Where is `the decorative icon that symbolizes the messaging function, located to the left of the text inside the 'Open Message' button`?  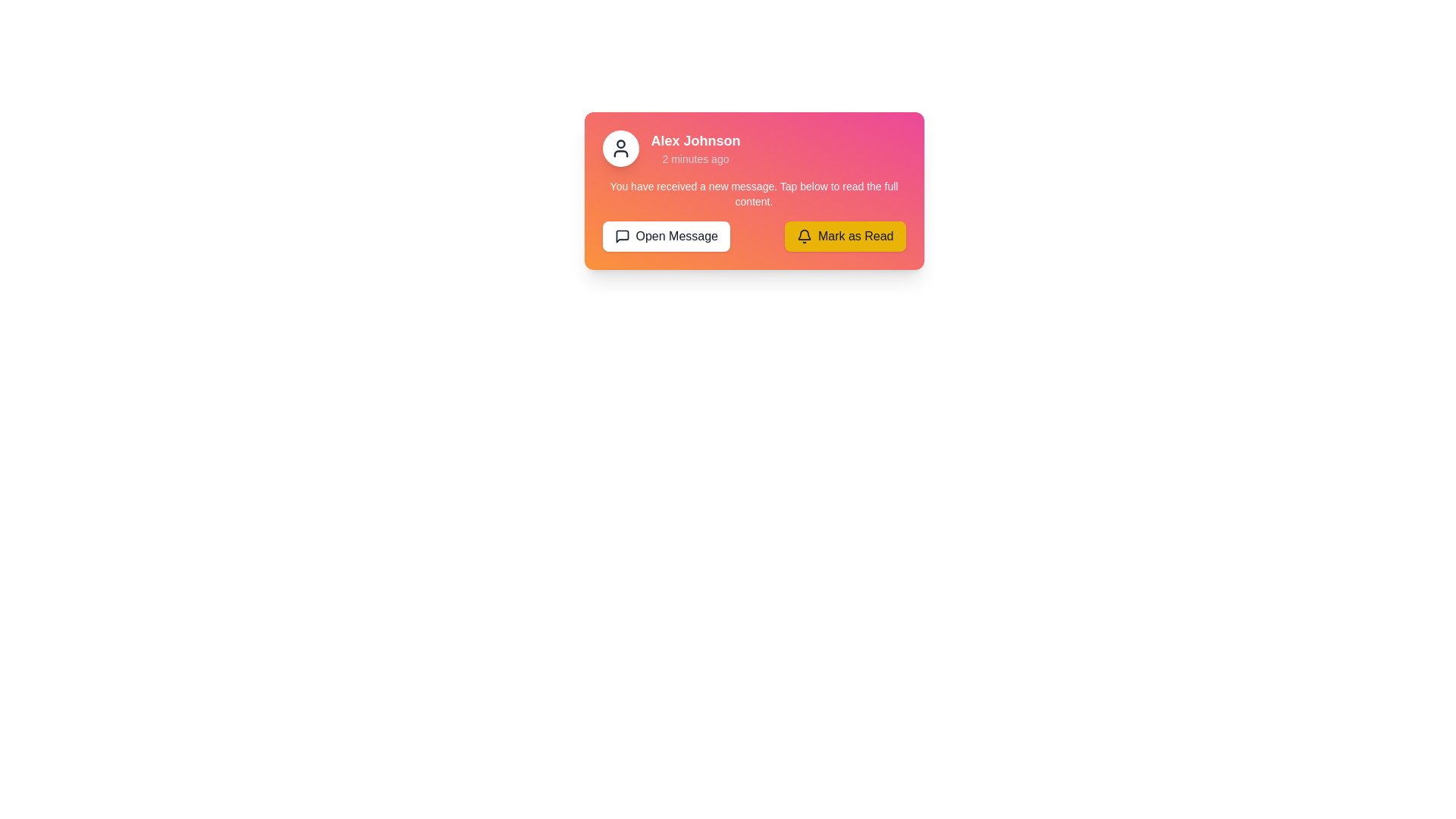 the decorative icon that symbolizes the messaging function, located to the left of the text inside the 'Open Message' button is located at coordinates (622, 237).